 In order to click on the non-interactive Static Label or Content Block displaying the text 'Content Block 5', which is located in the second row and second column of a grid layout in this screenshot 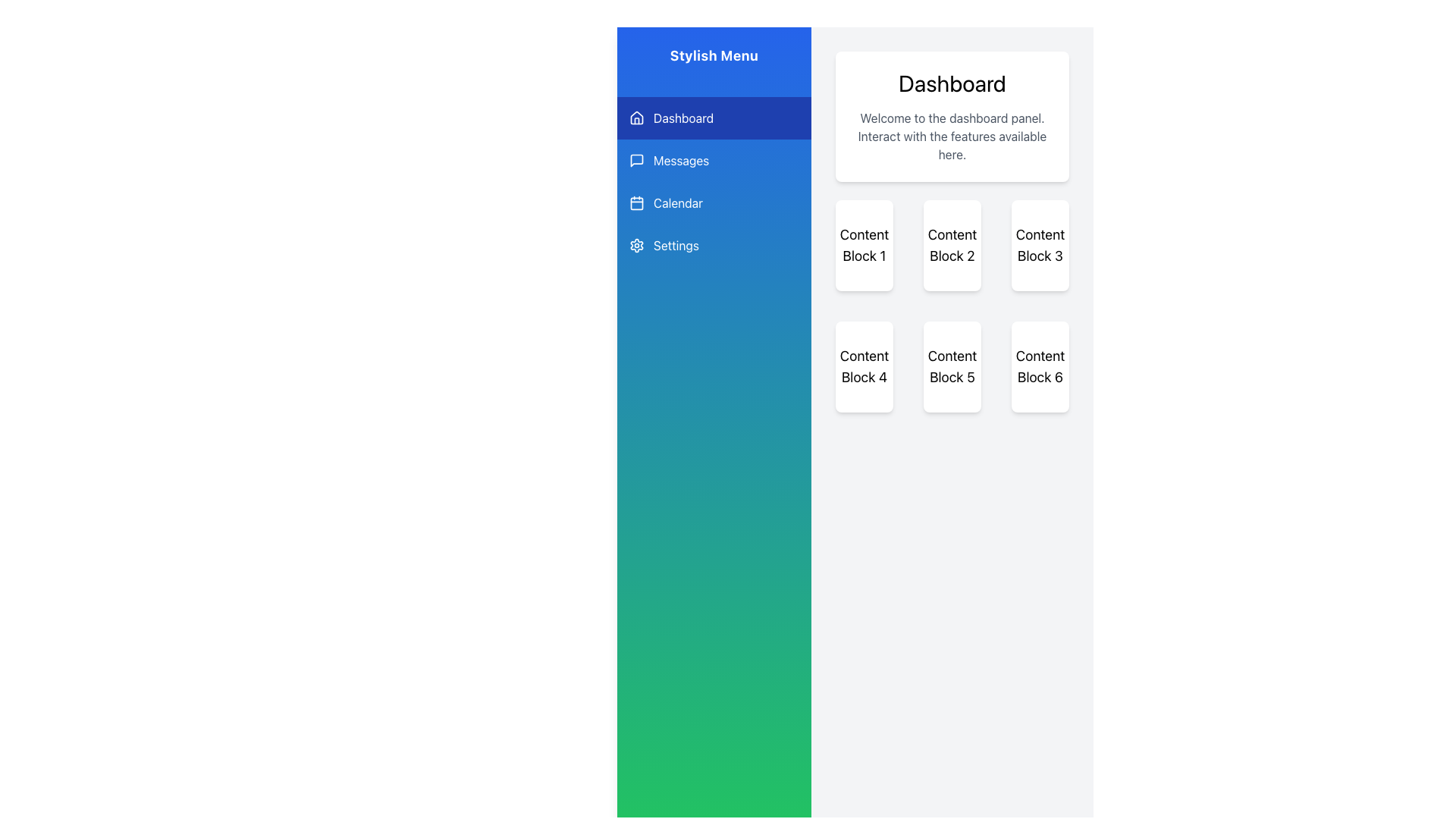, I will do `click(952, 366)`.